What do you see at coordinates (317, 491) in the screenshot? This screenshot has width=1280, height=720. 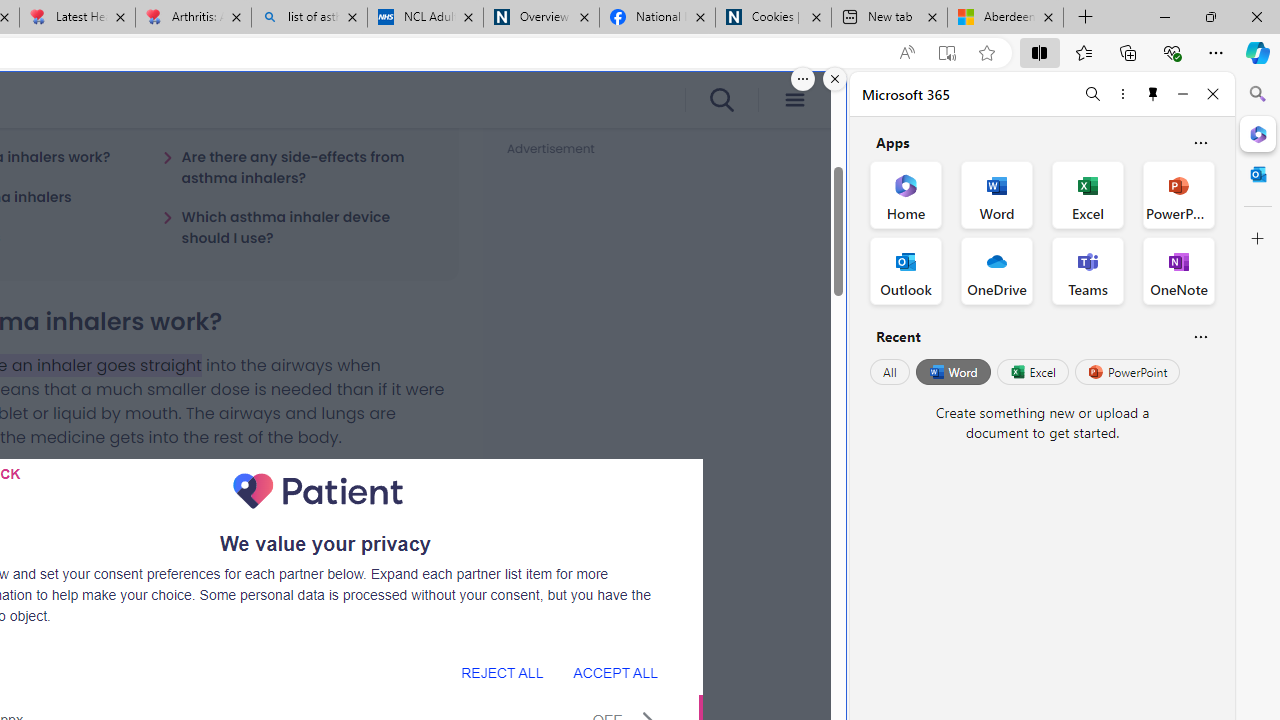 I see `'Publisher Logo'` at bounding box center [317, 491].